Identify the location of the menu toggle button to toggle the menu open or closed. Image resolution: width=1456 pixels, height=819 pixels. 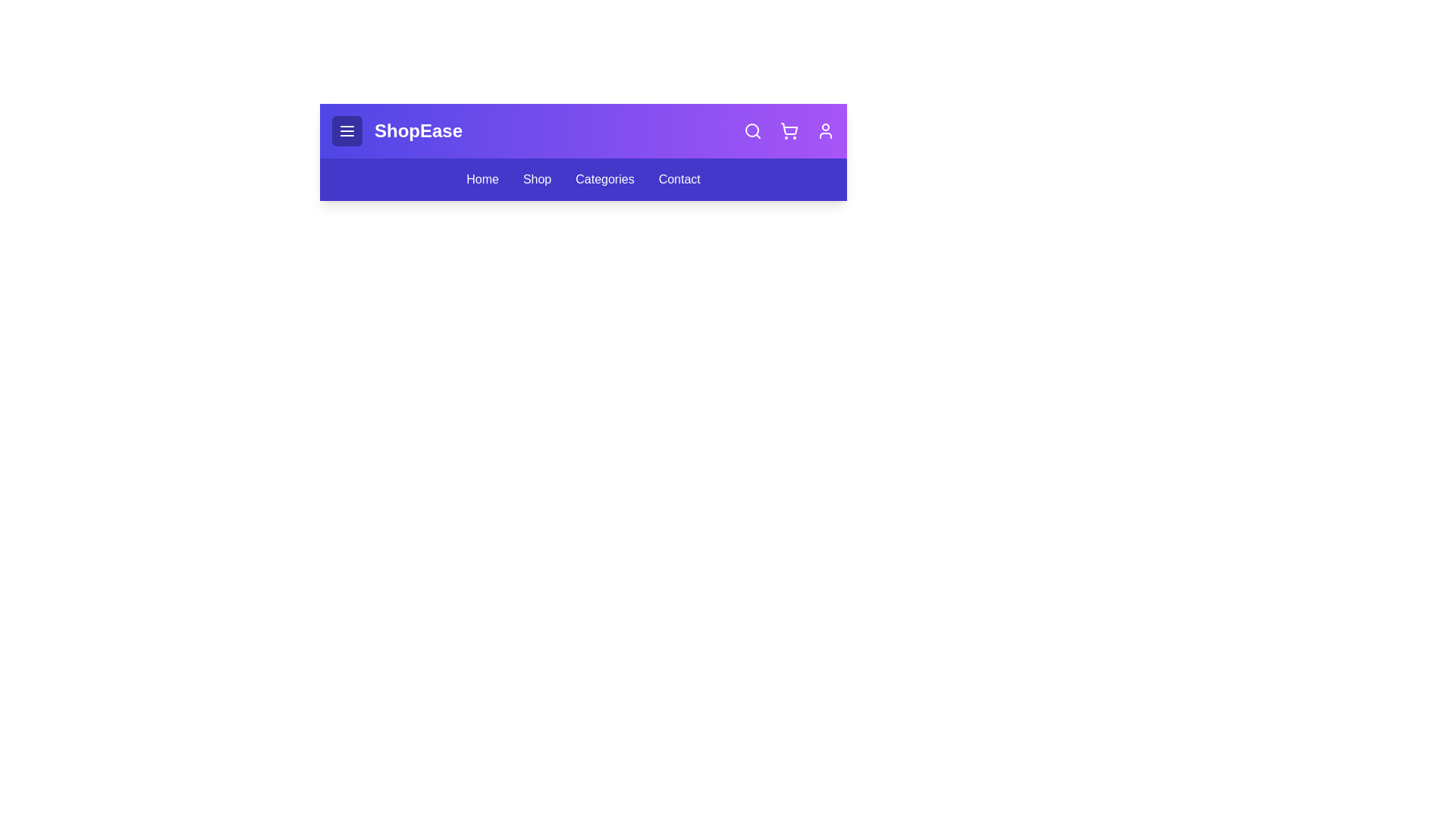
(346, 130).